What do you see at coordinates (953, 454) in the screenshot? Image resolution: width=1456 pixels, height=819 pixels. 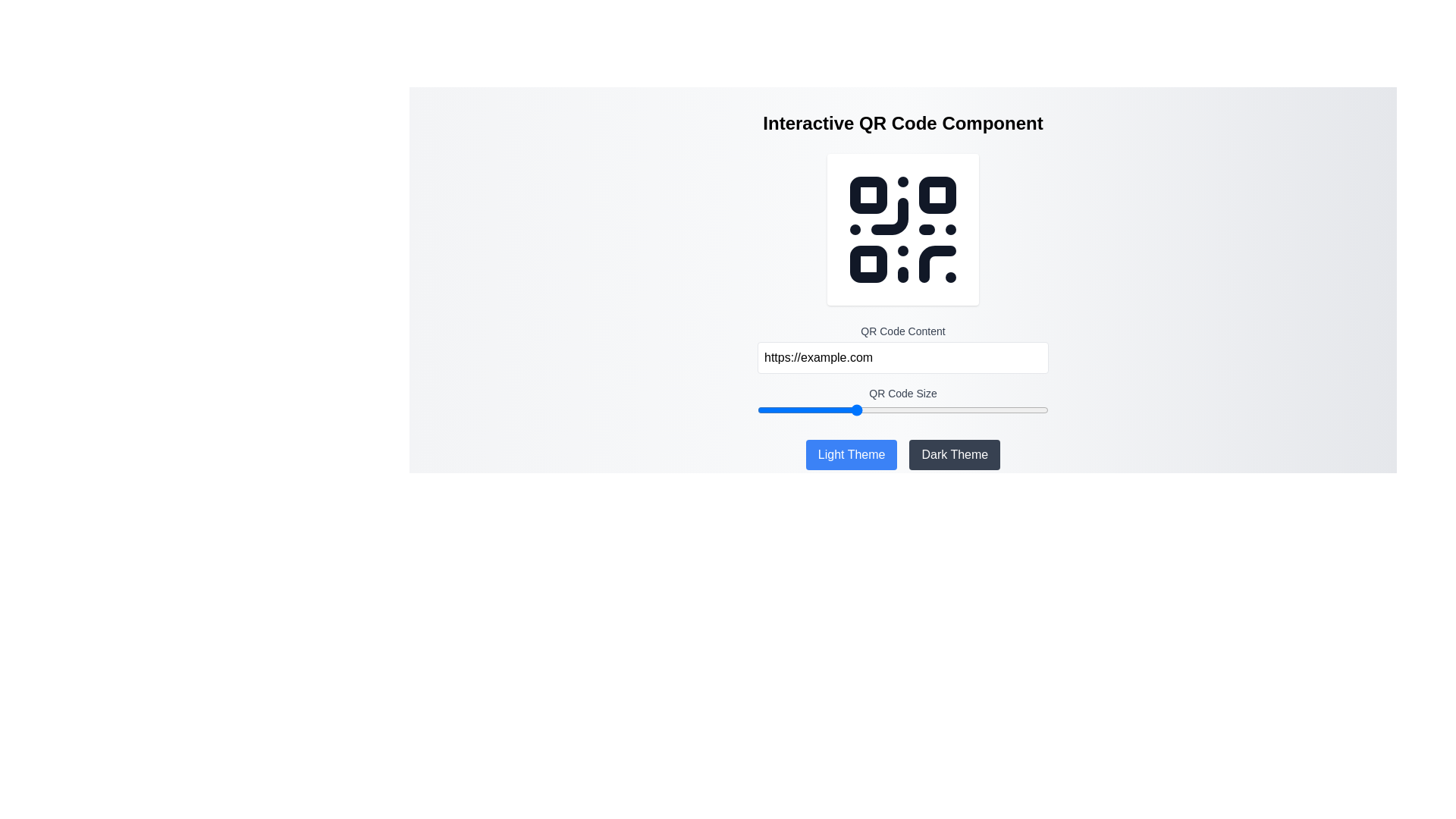 I see `the dark theme button located in the lower-right area of the interface, adjacent to the light theme button` at bounding box center [953, 454].